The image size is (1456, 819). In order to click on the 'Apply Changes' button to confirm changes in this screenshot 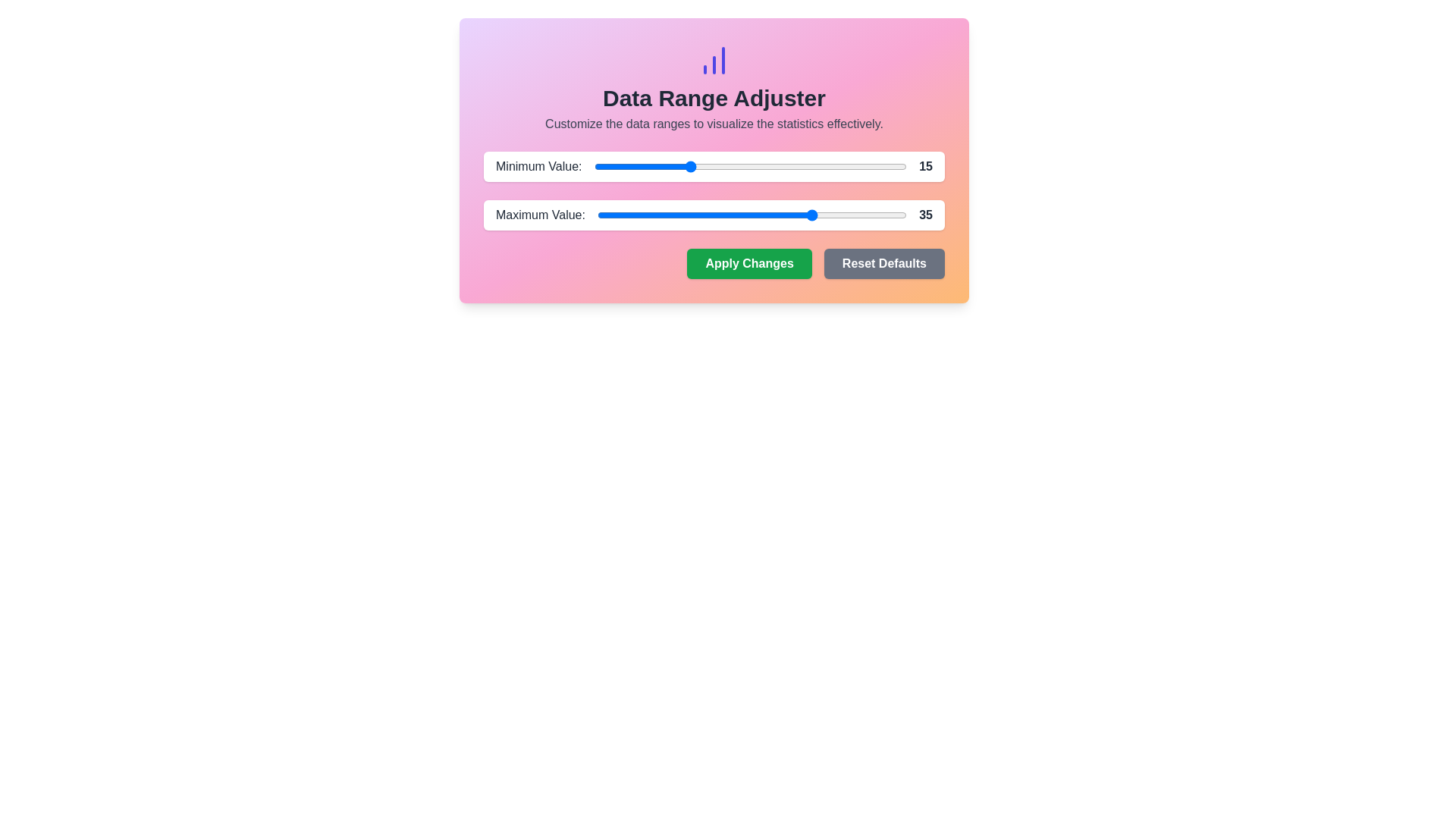, I will do `click(749, 262)`.